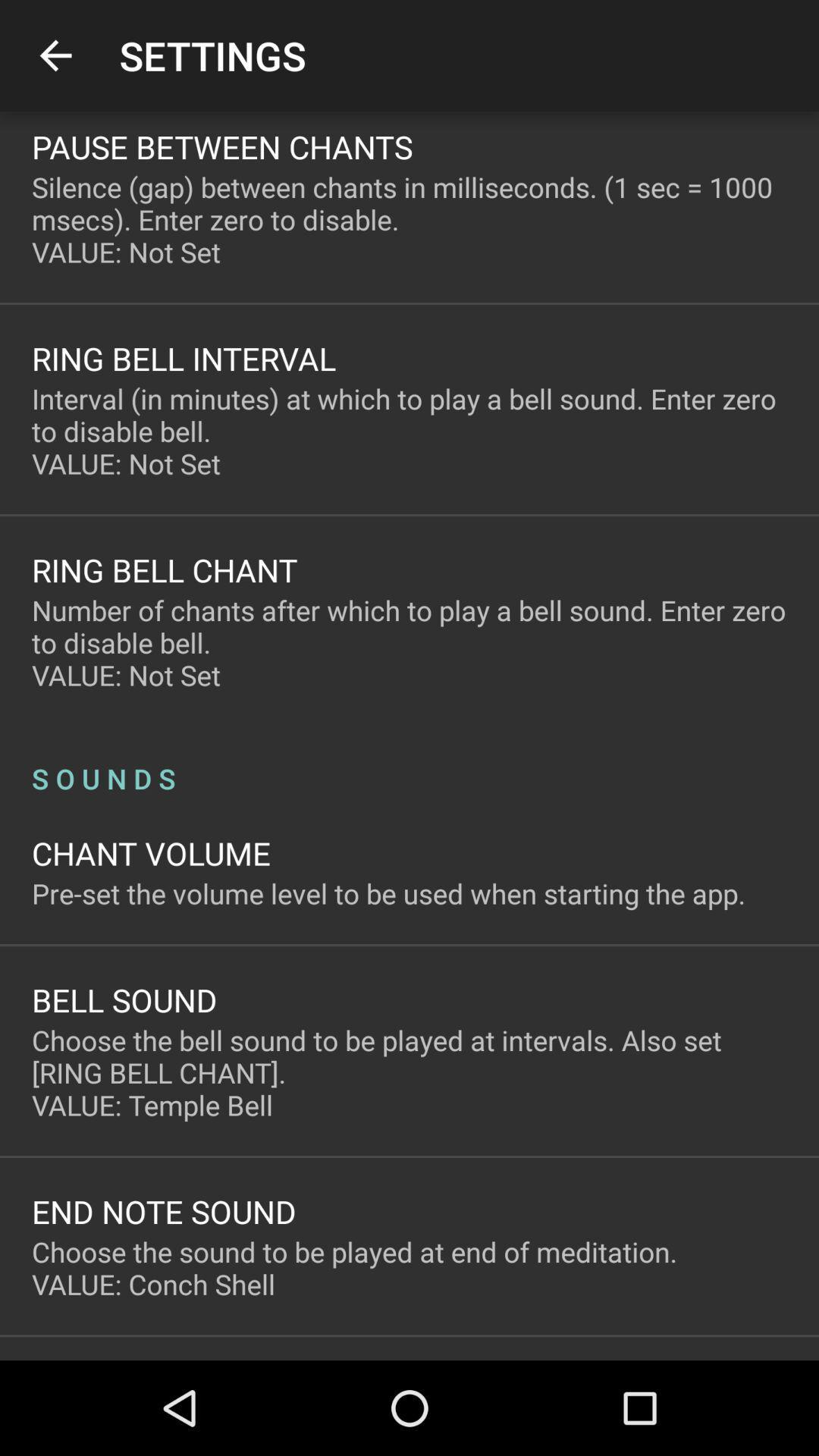 The image size is (819, 1456). What do you see at coordinates (409, 762) in the screenshot?
I see `the s o u` at bounding box center [409, 762].